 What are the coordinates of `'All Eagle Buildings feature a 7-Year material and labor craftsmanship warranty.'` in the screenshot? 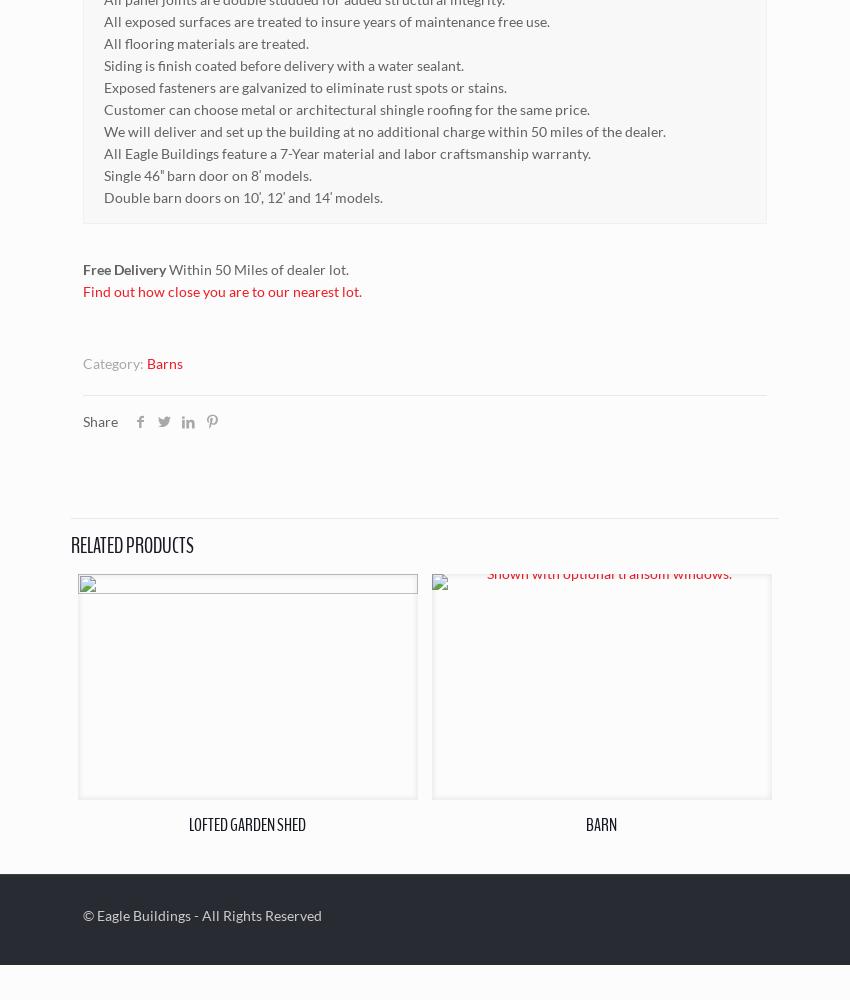 It's located at (346, 152).